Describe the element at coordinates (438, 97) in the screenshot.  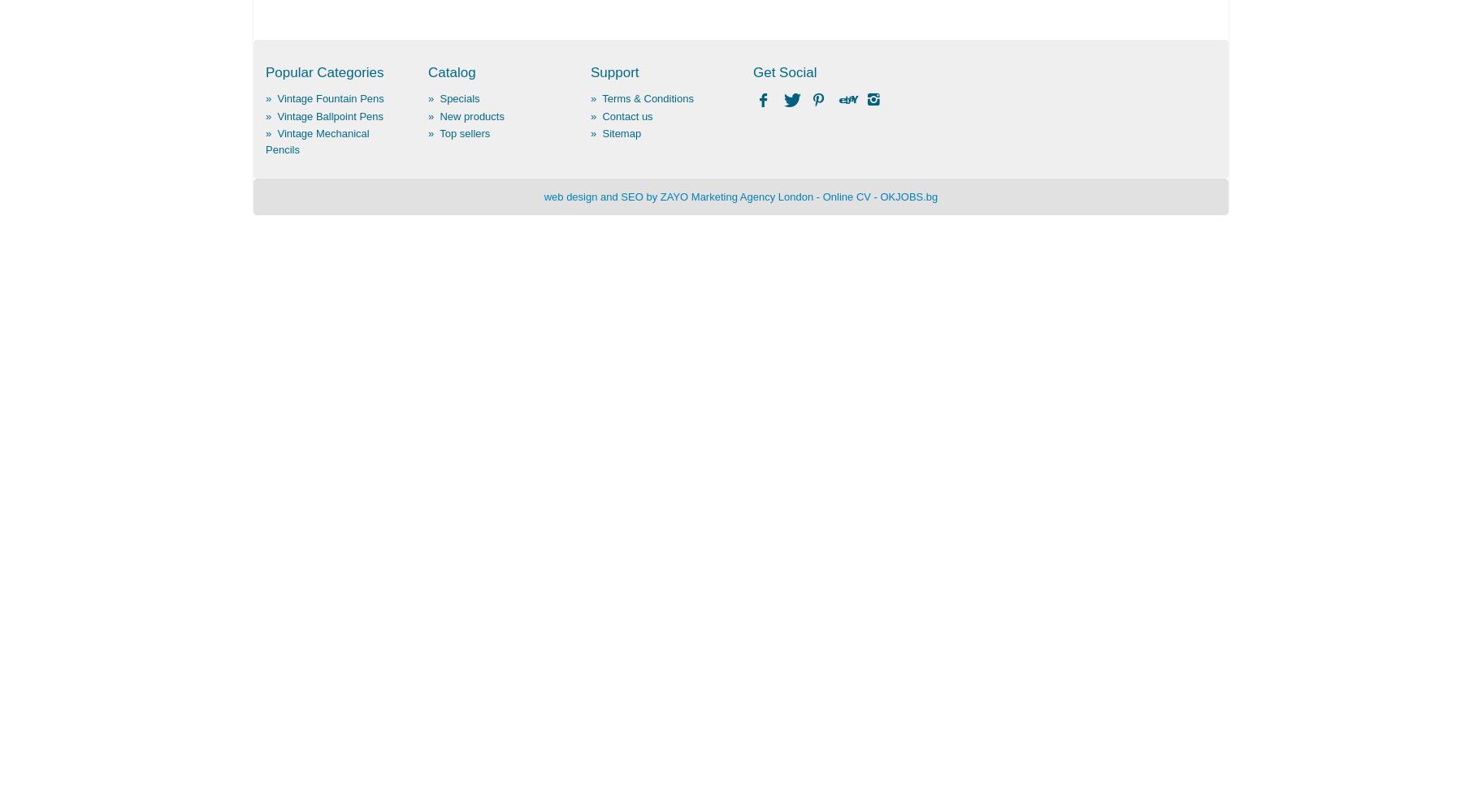
I see `'Specials'` at that location.